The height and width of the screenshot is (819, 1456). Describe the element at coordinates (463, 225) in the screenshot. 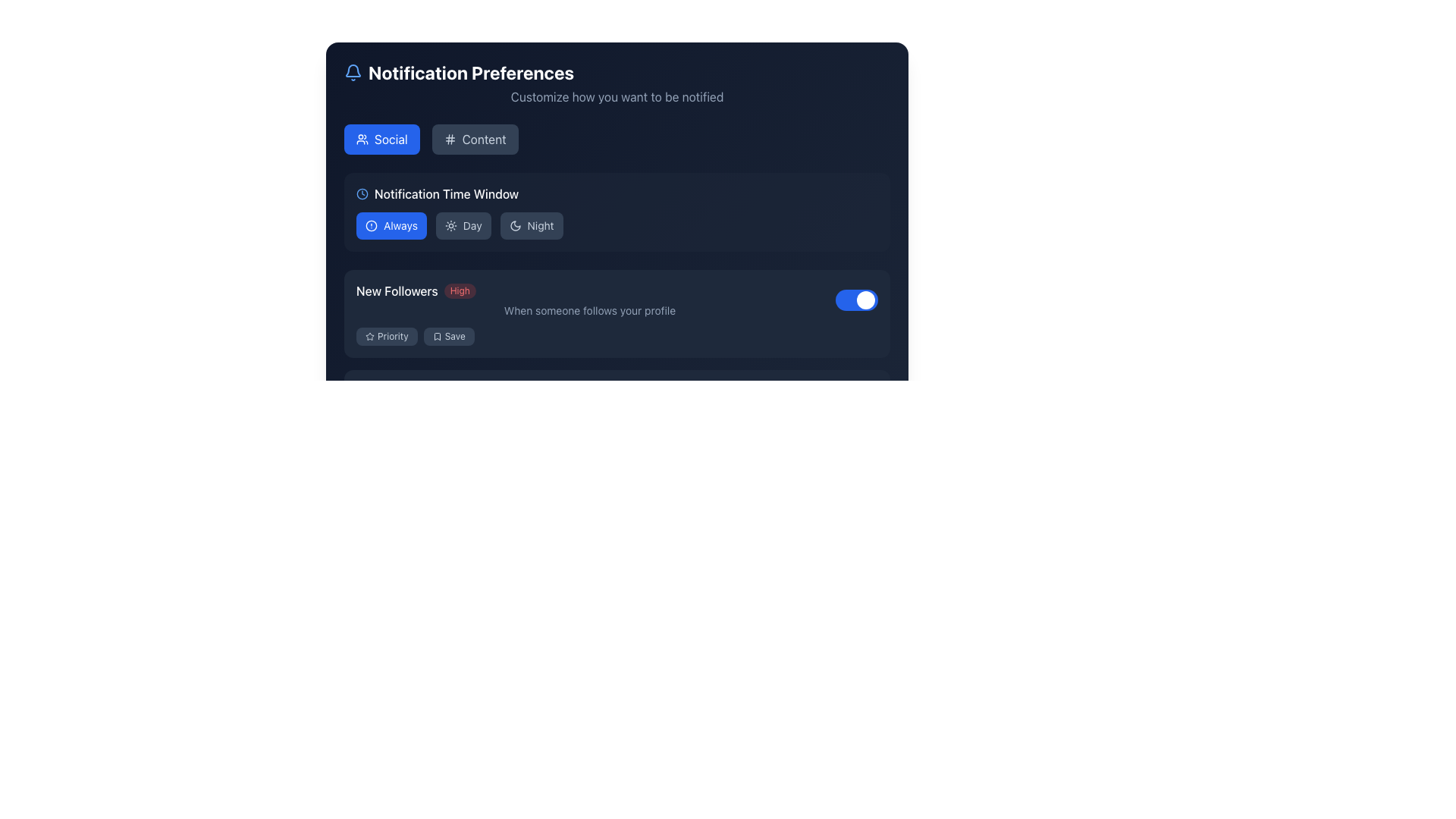

I see `the 'Day' notification setting button, which is the second option in the 'Notification Time Window' row, positioned between the 'Always' and 'Night' buttons` at that location.